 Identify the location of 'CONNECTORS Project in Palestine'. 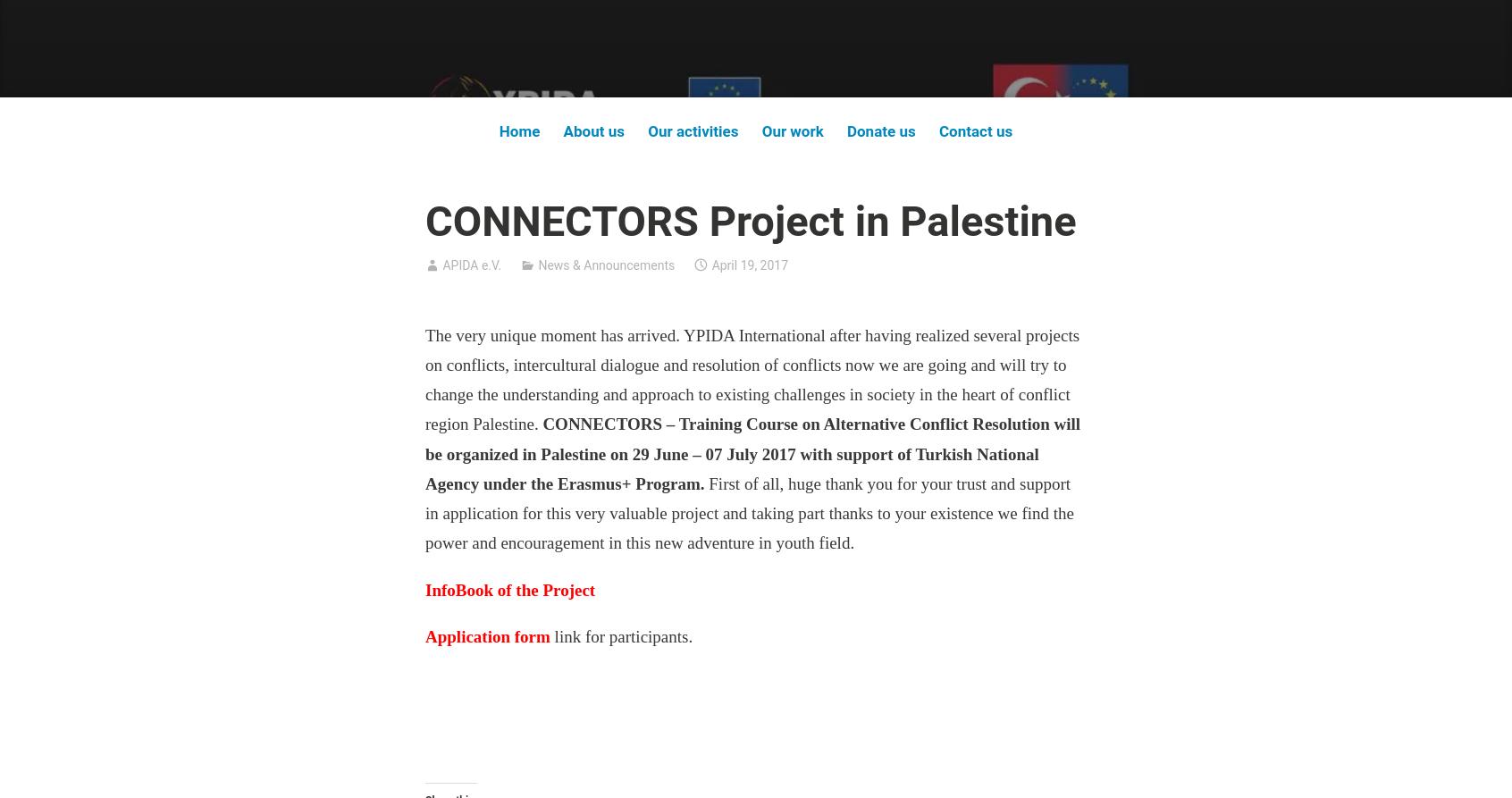
(751, 219).